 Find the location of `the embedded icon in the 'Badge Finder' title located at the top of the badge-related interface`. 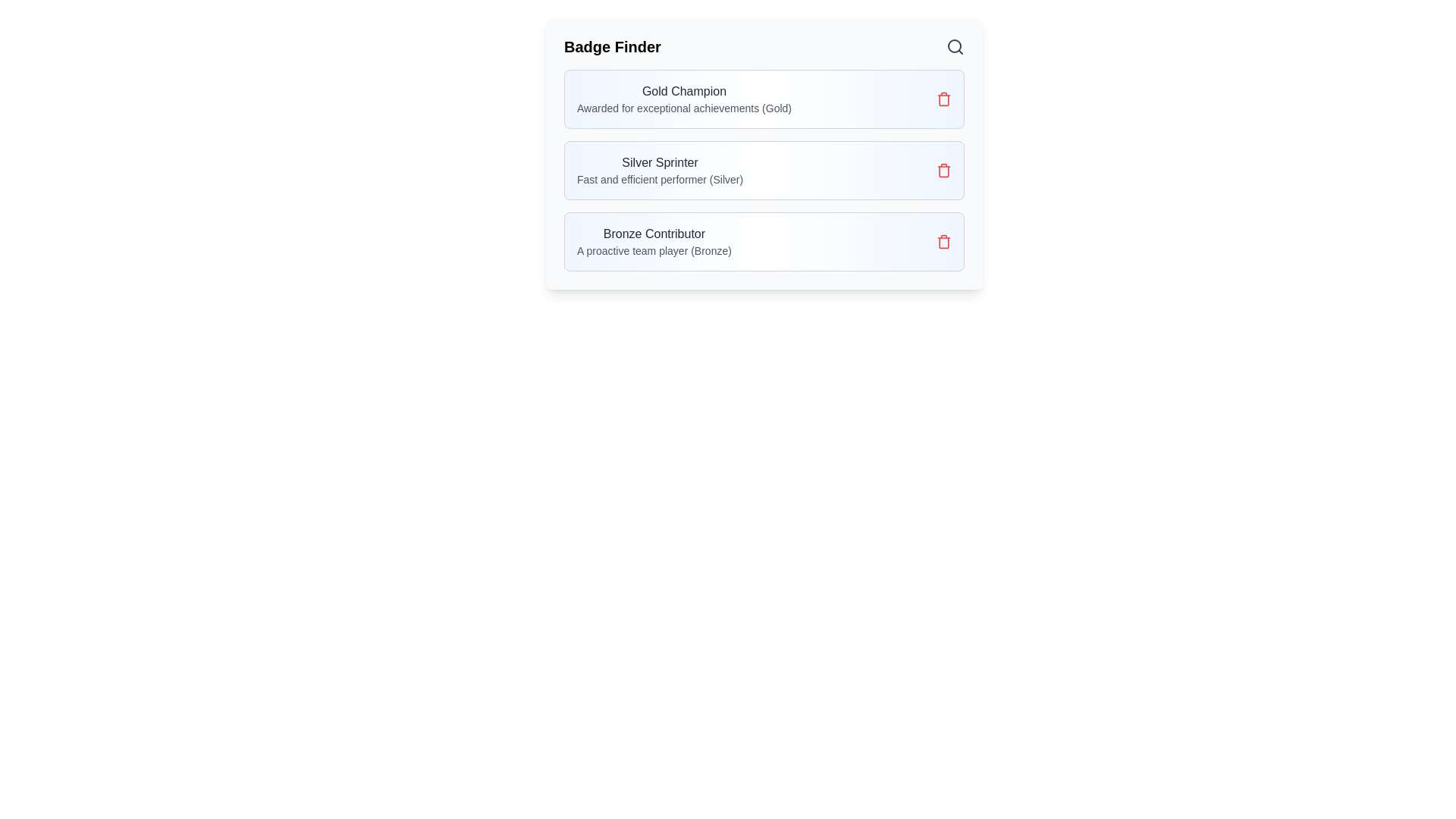

the embedded icon in the 'Badge Finder' title located at the top of the badge-related interface is located at coordinates (764, 45).